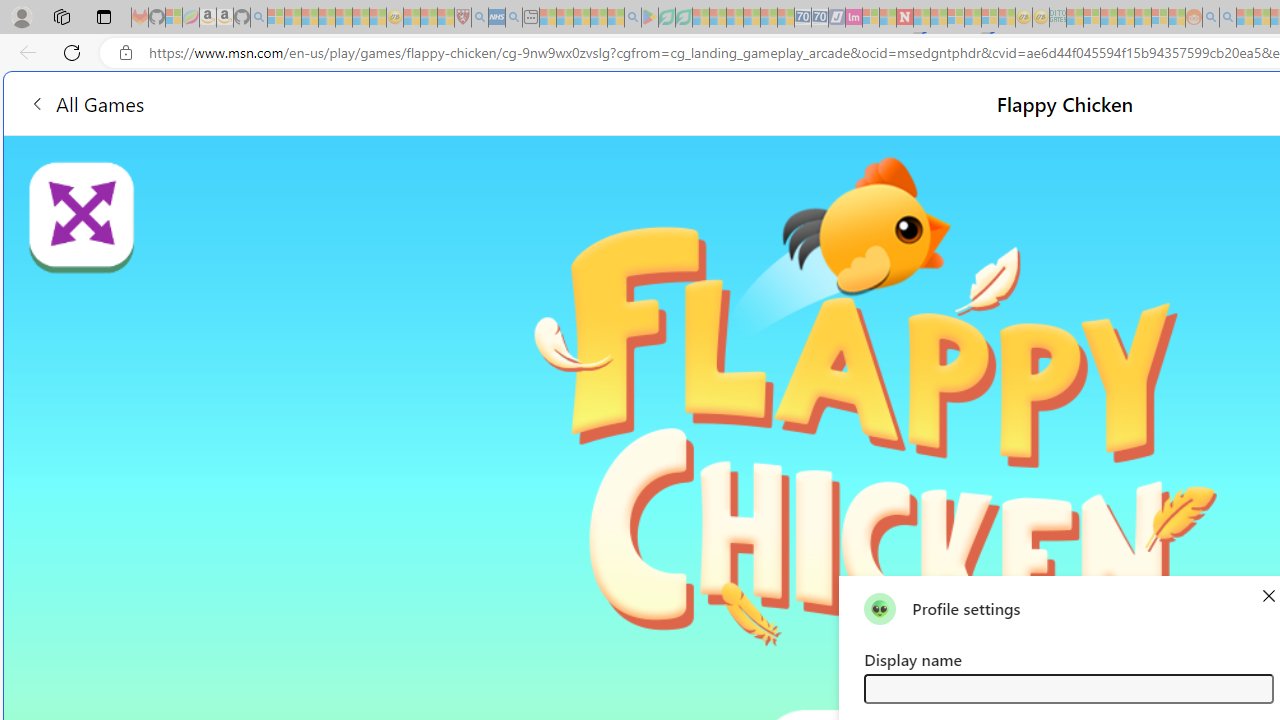 The image size is (1280, 720). I want to click on 'New Report Confirms 2023 Was Record Hot | Watch - Sleeping', so click(343, 17).